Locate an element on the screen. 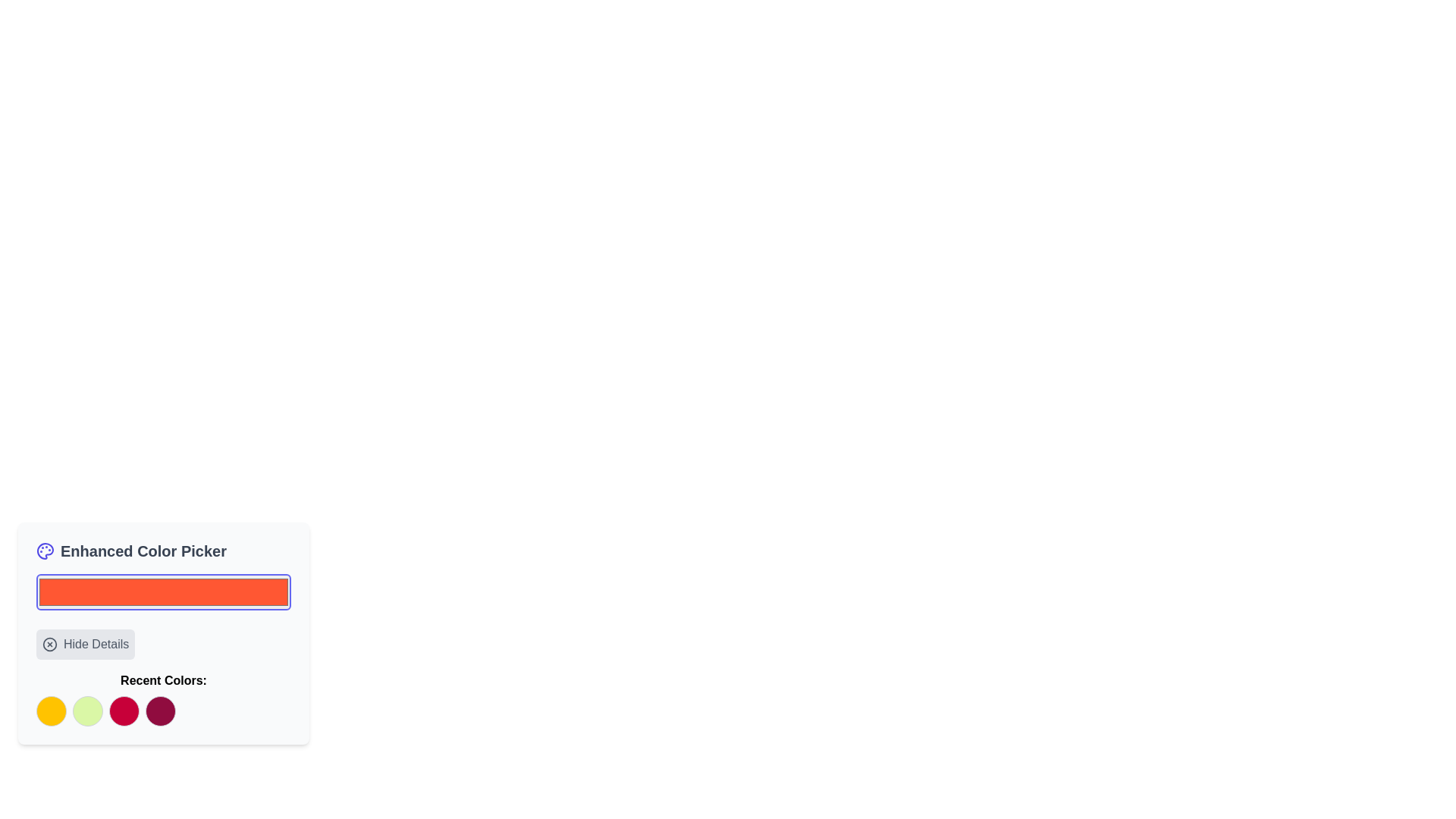 This screenshot has height=819, width=1456. the 'Hide Details' button by clicking on the icon located to the left of the text 'Hide Details' is located at coordinates (50, 644).